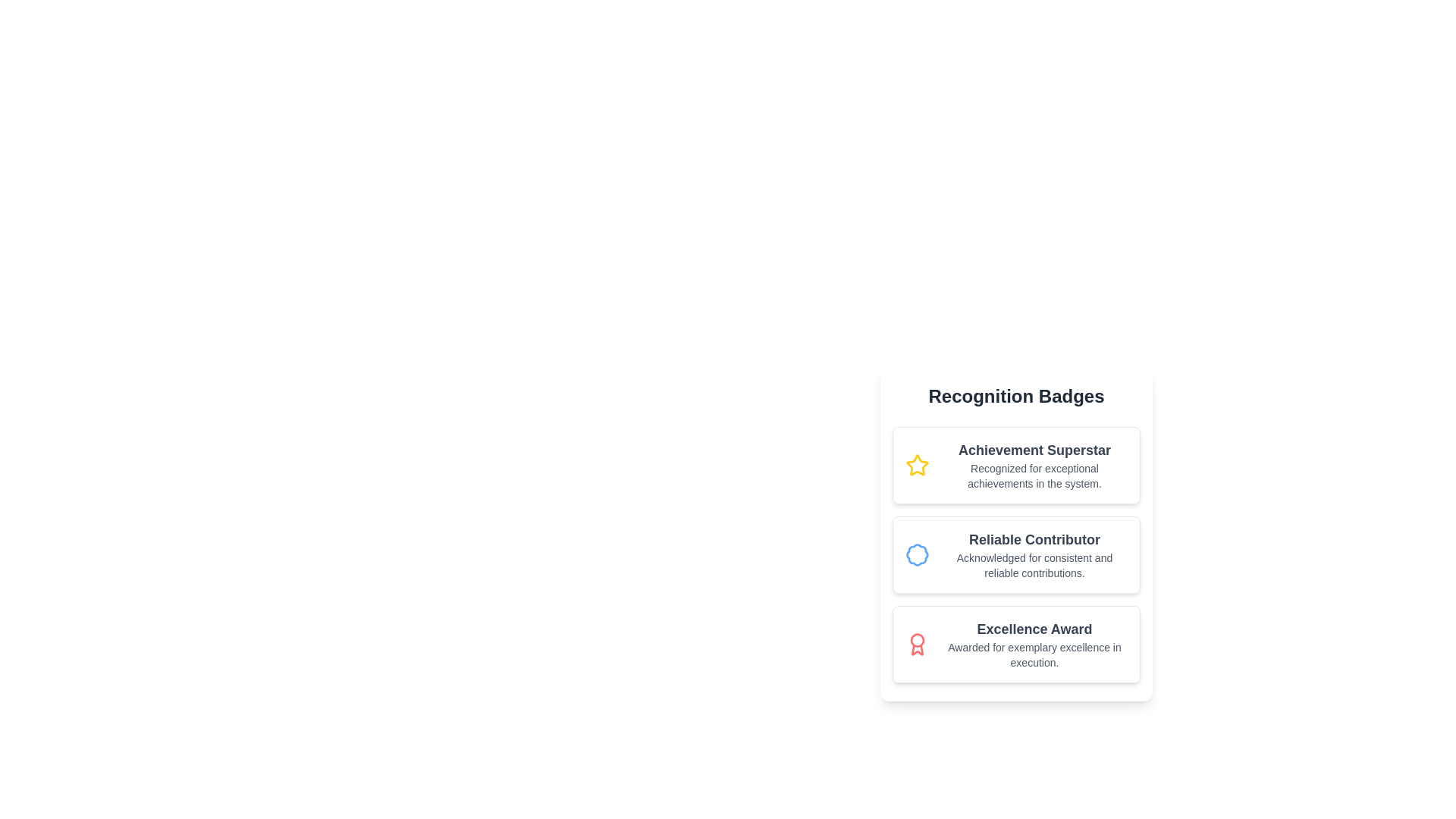 This screenshot has width=1456, height=819. What do you see at coordinates (1016, 464) in the screenshot?
I see `the first recognition badge card that displays a notable achievement, located at the top of the right column, above the 'Reliable Contributor' and 'Excellence Award' badges` at bounding box center [1016, 464].